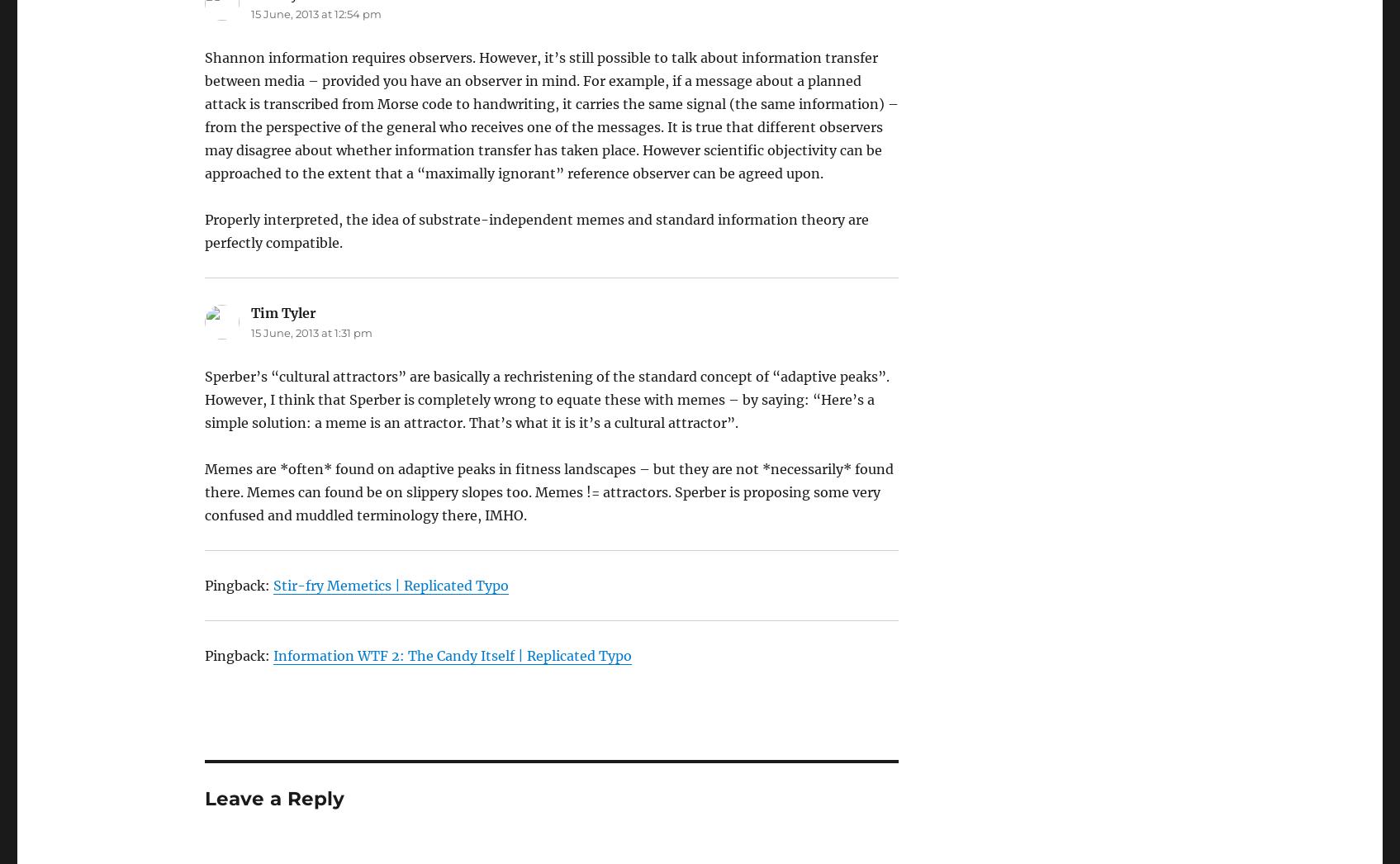 This screenshot has width=1400, height=864. I want to click on 'Leave a Reply', so click(273, 798).